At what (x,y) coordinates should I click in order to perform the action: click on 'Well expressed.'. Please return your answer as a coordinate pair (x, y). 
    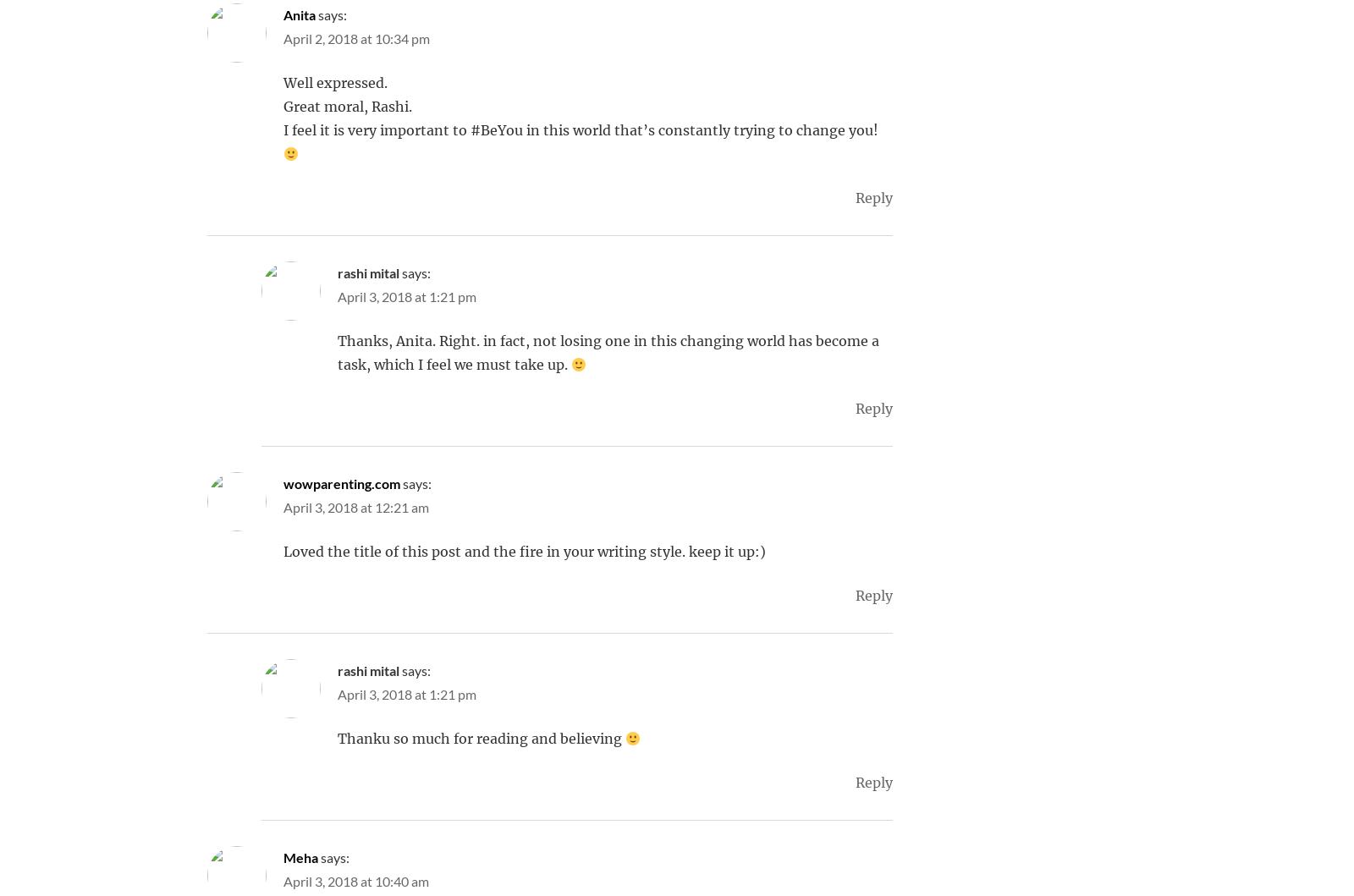
    Looking at the image, I should click on (335, 82).